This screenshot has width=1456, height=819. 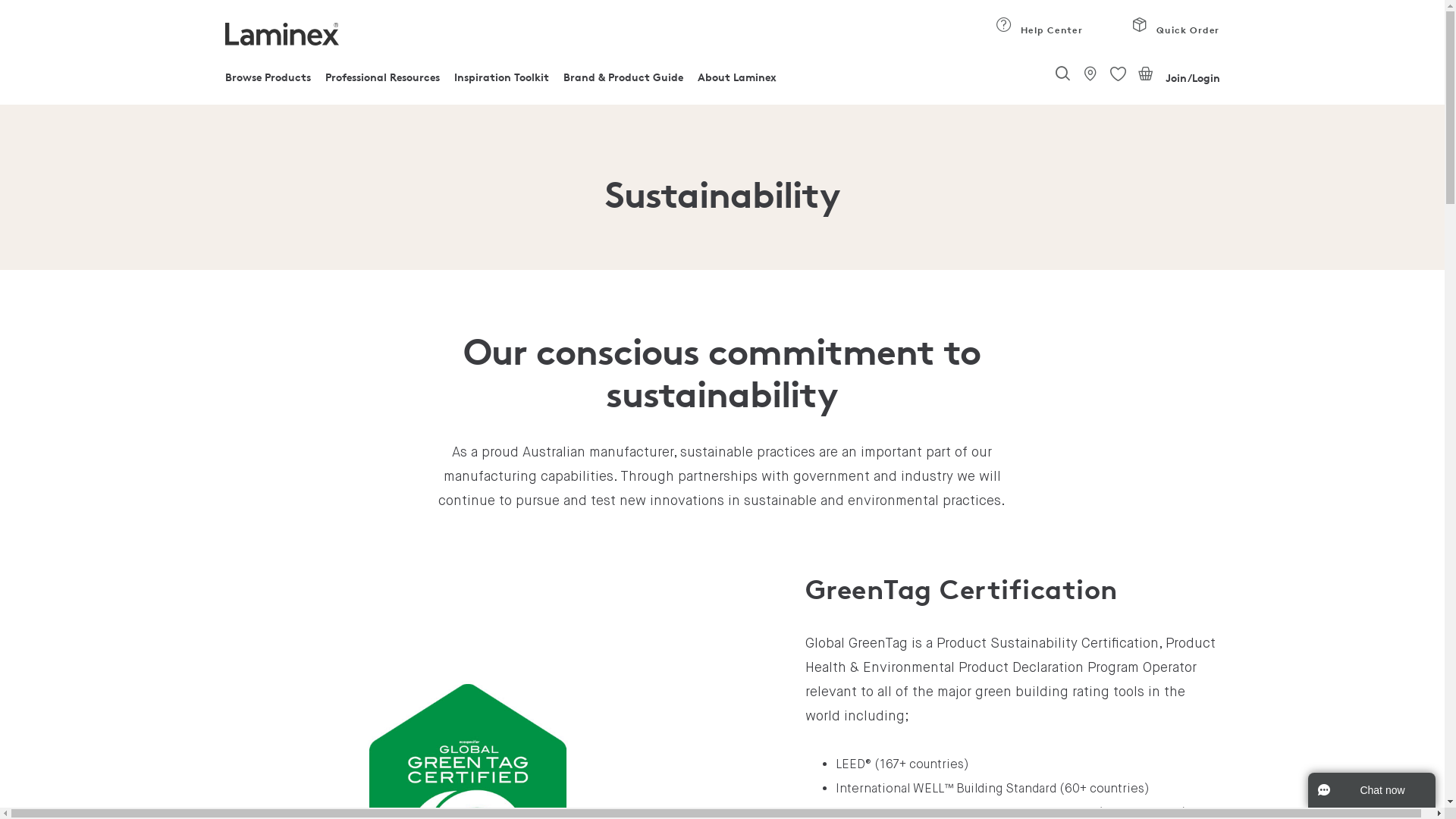 I want to click on 'Browse Products', so click(x=267, y=81).